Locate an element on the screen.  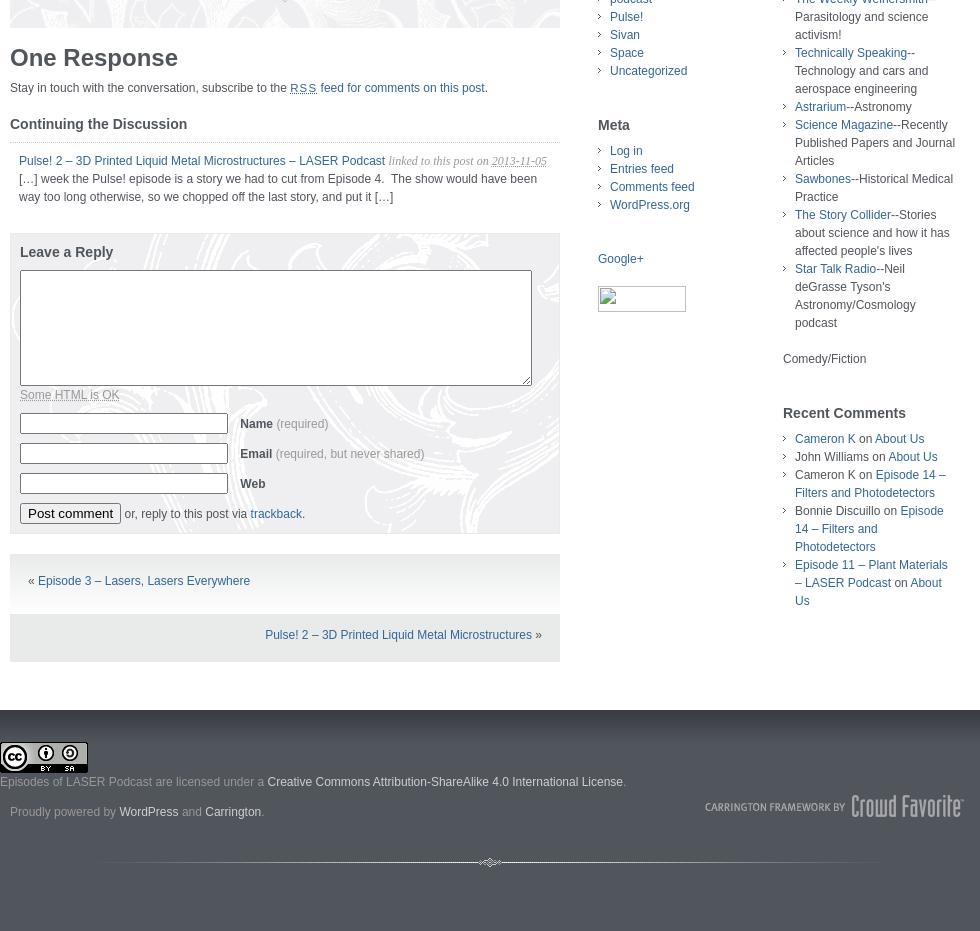
'The Story Collider' is located at coordinates (794, 214).